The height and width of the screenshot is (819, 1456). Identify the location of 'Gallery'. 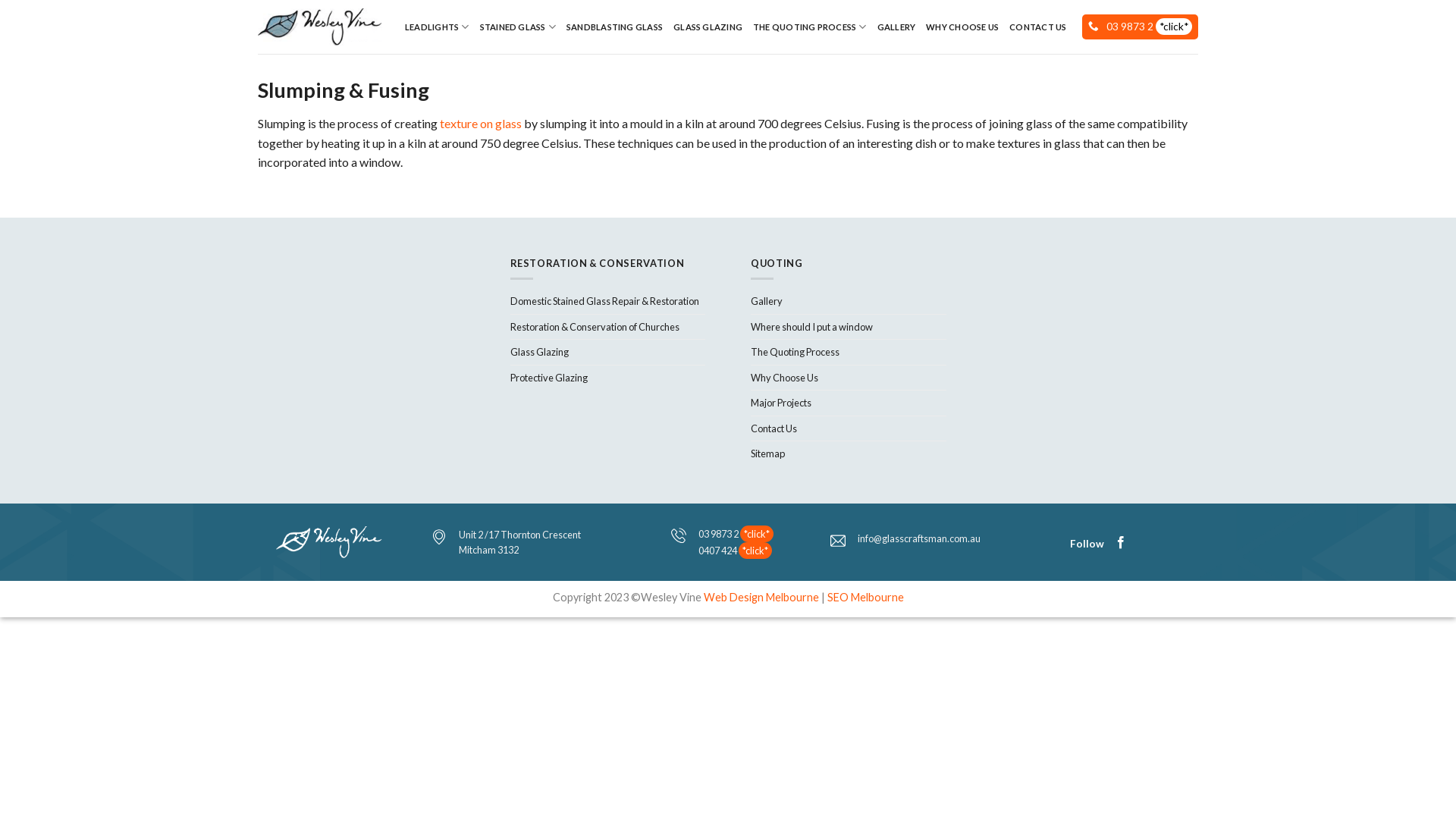
(767, 301).